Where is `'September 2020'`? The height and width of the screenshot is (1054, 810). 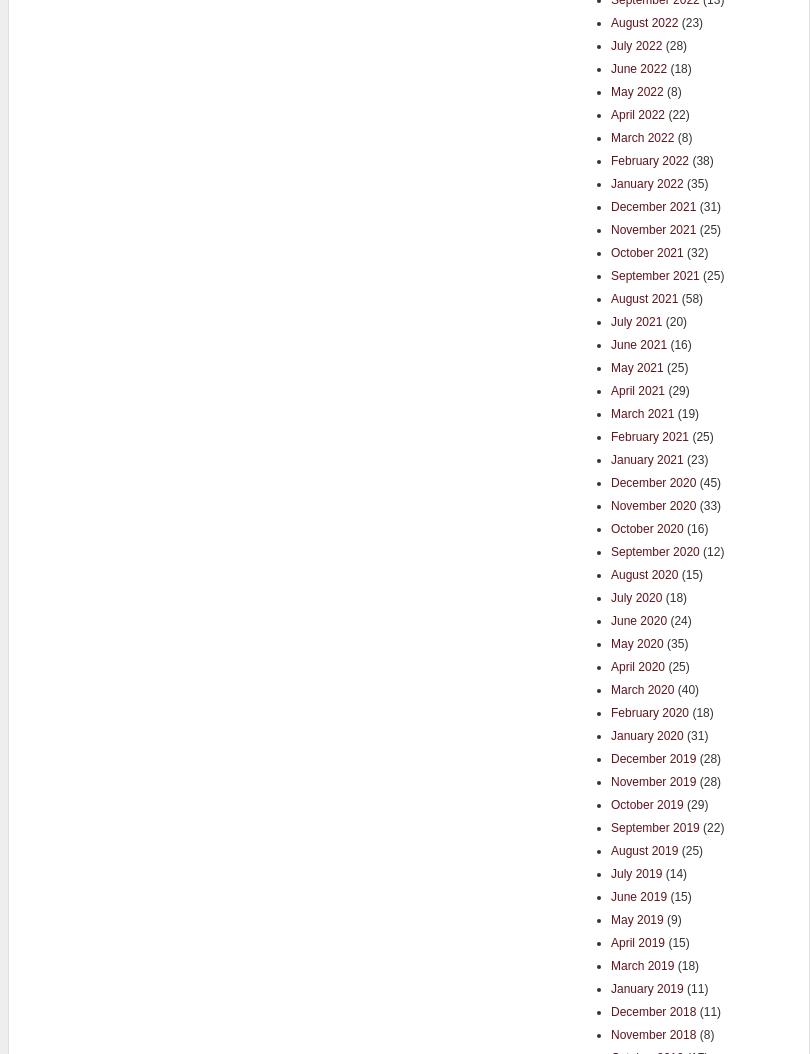
'September 2020' is located at coordinates (653, 551).